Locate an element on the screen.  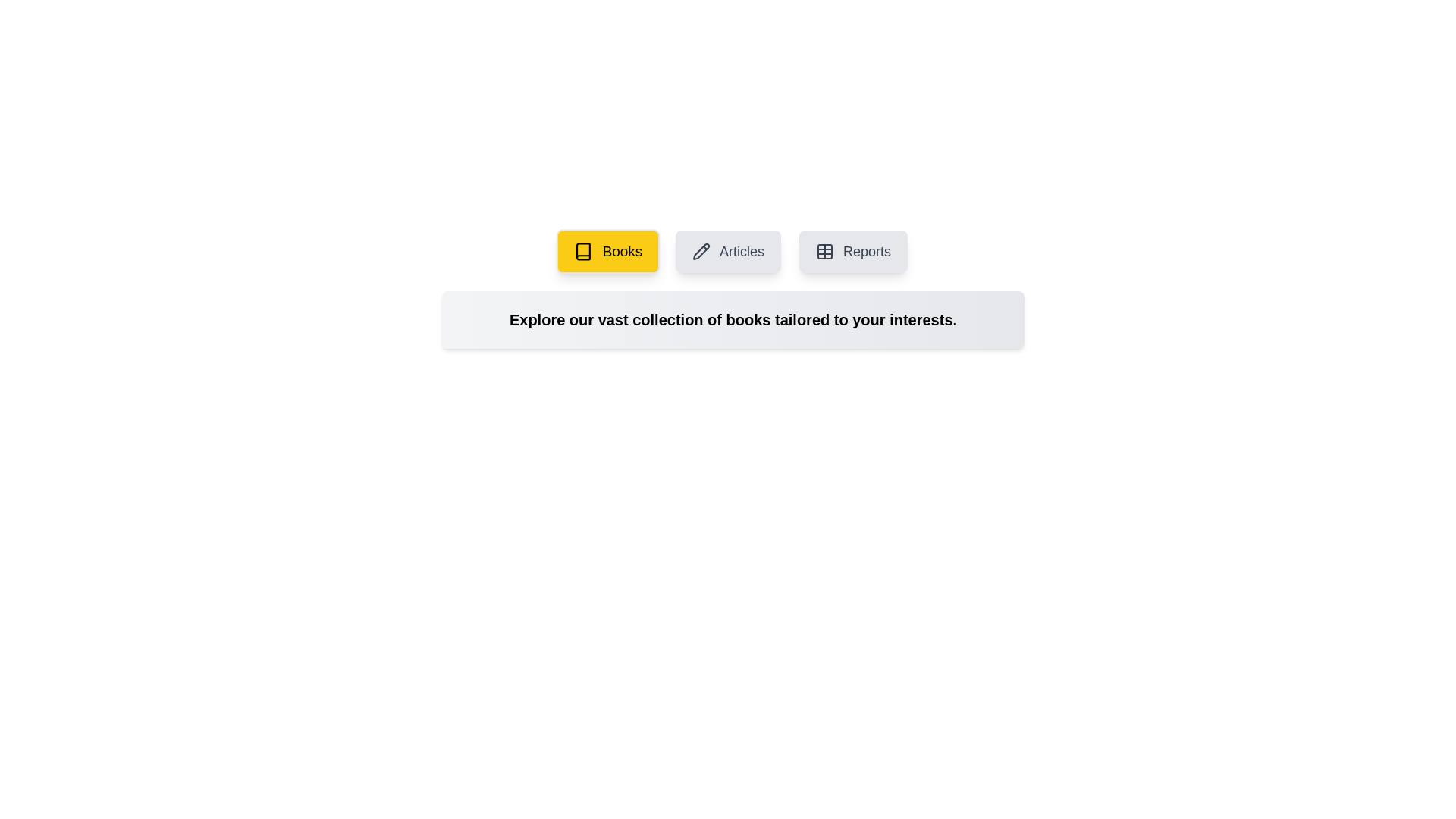
the 'Articles' button, which is a rectangular button styled in soft gray tones with a pencil icon to the left and the text 'Articles' to the right, to trigger hover effects is located at coordinates (728, 250).